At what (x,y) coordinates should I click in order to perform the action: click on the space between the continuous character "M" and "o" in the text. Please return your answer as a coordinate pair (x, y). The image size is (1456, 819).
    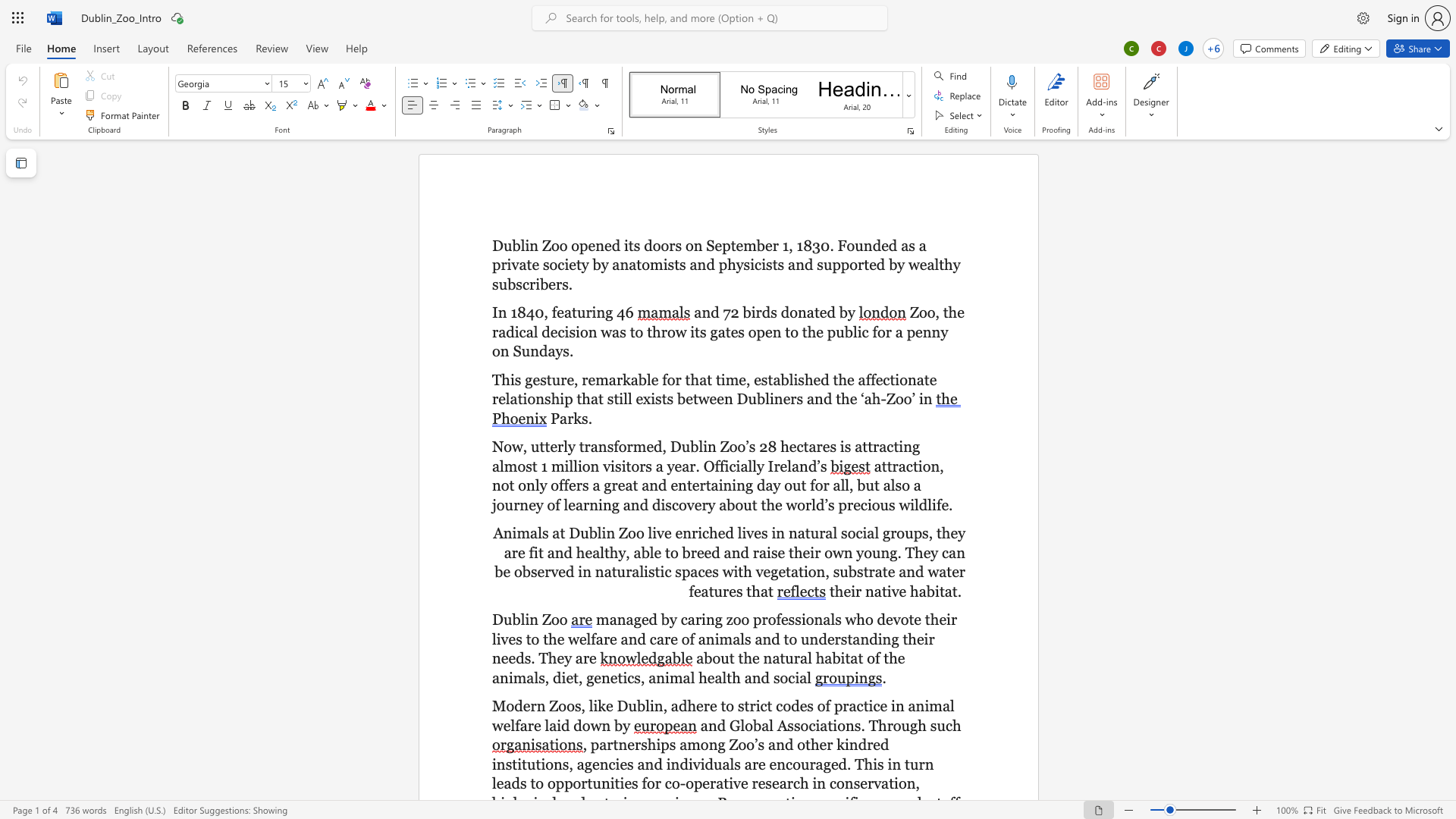
    Looking at the image, I should click on (504, 706).